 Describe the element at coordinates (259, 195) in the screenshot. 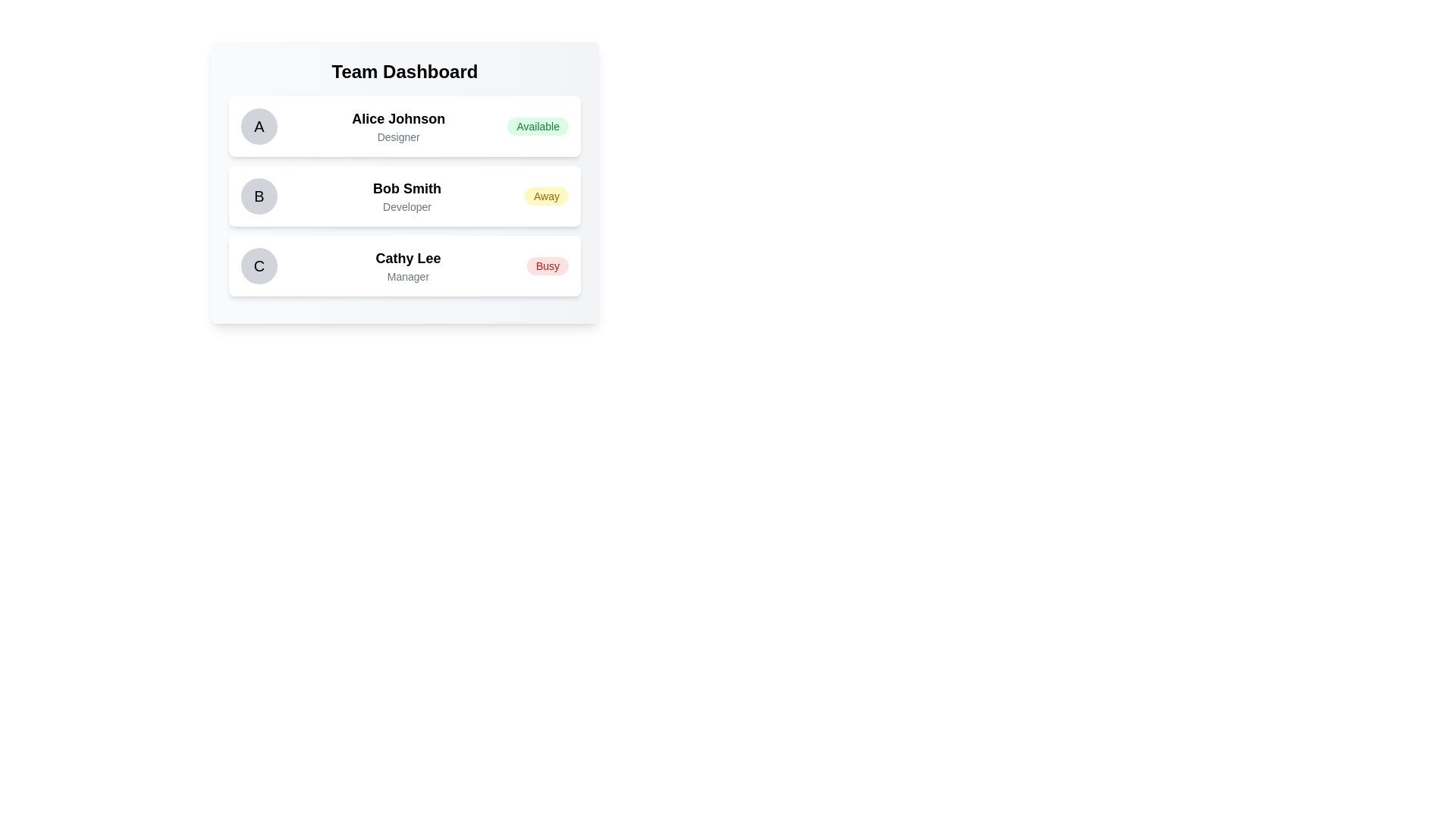

I see `the Avatar placeholder for 'Bob Smith', located at the far left of the grouping, serving as an indicator for the entity associated with the letter 'B'` at that location.